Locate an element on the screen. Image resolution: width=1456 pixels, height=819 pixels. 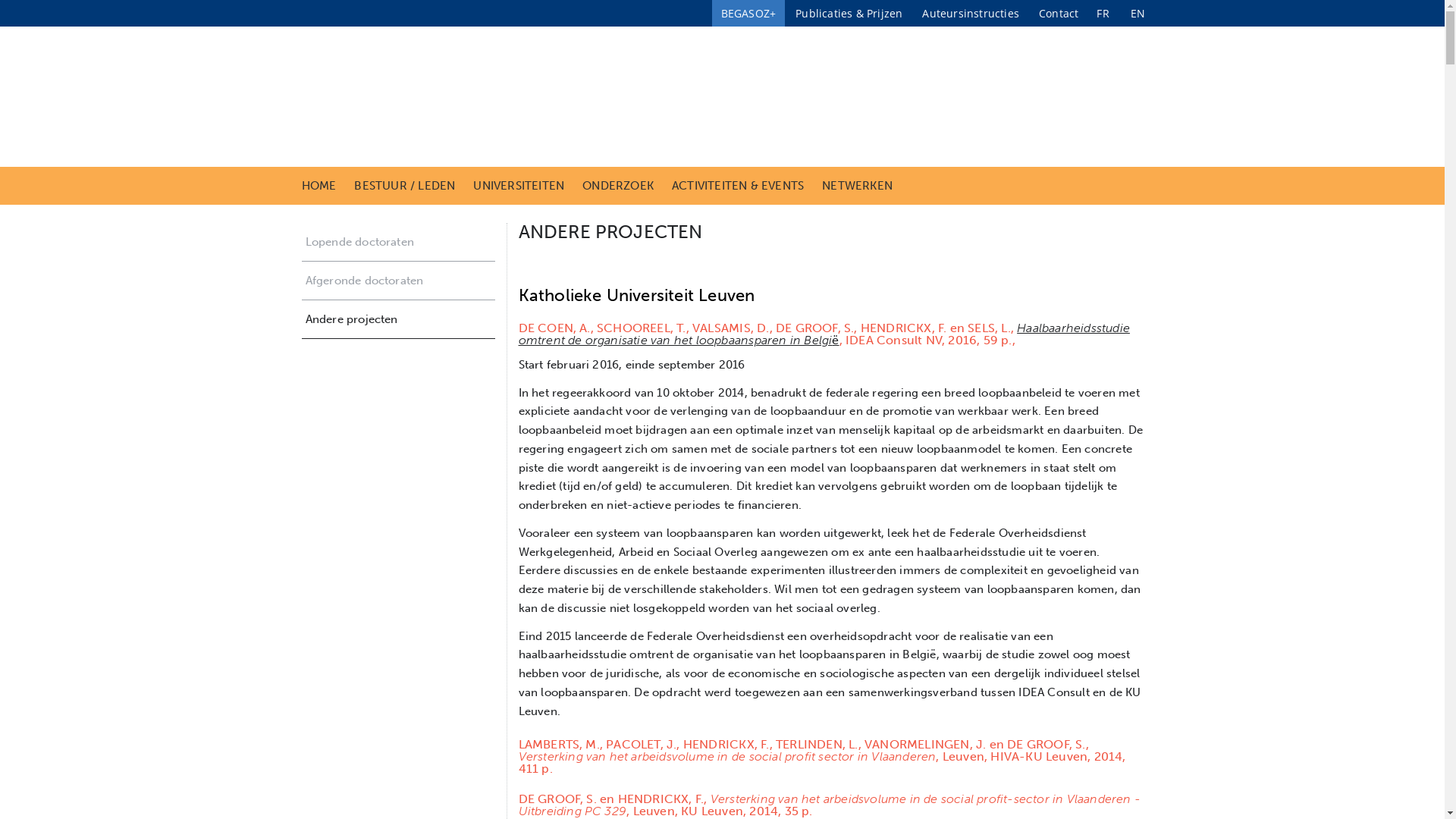
'NETWERKEN' is located at coordinates (857, 185).